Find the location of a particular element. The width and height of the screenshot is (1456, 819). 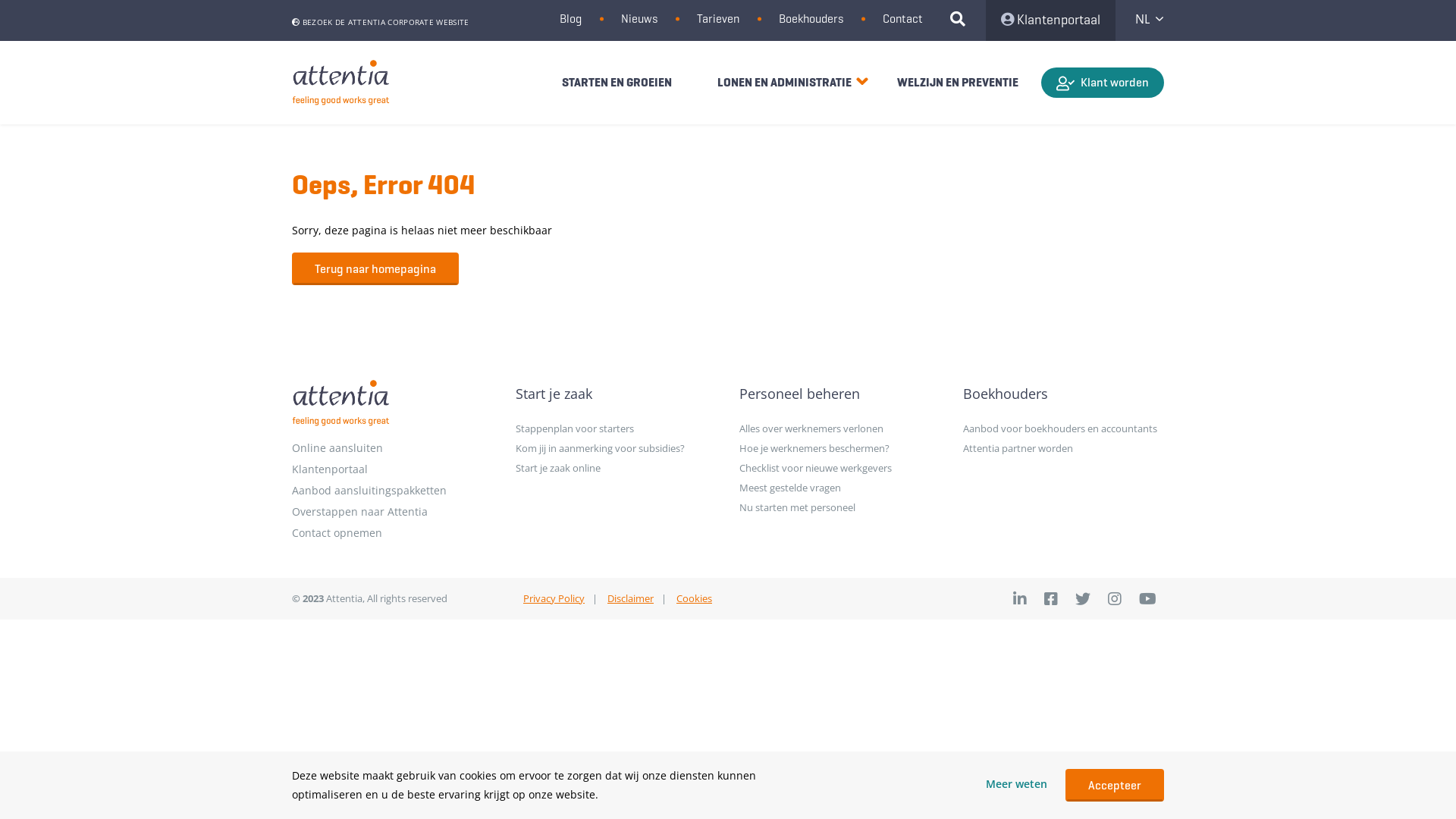

'Personeel beheren' is located at coordinates (839, 393).